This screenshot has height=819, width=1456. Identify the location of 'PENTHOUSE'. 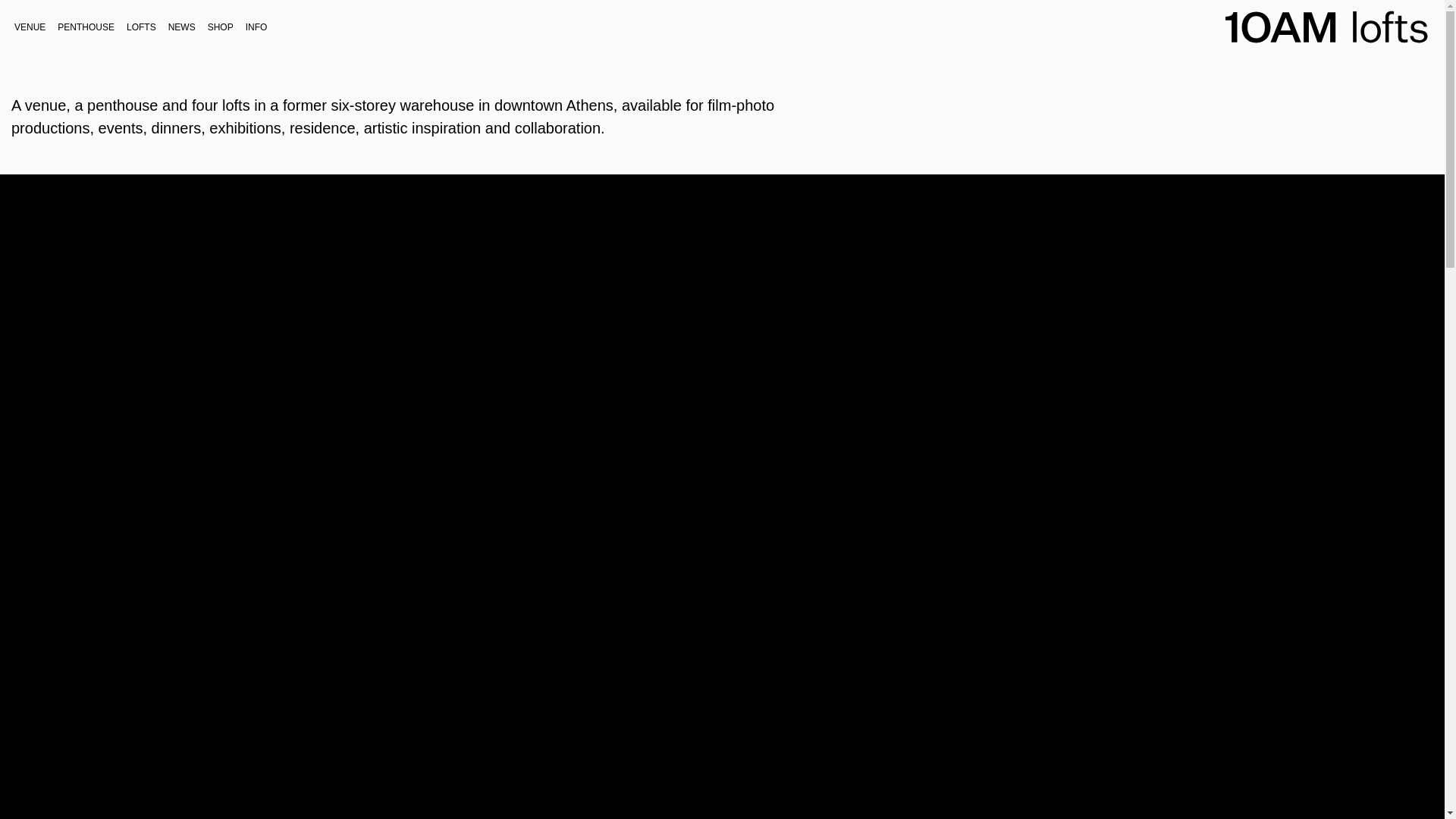
(85, 26).